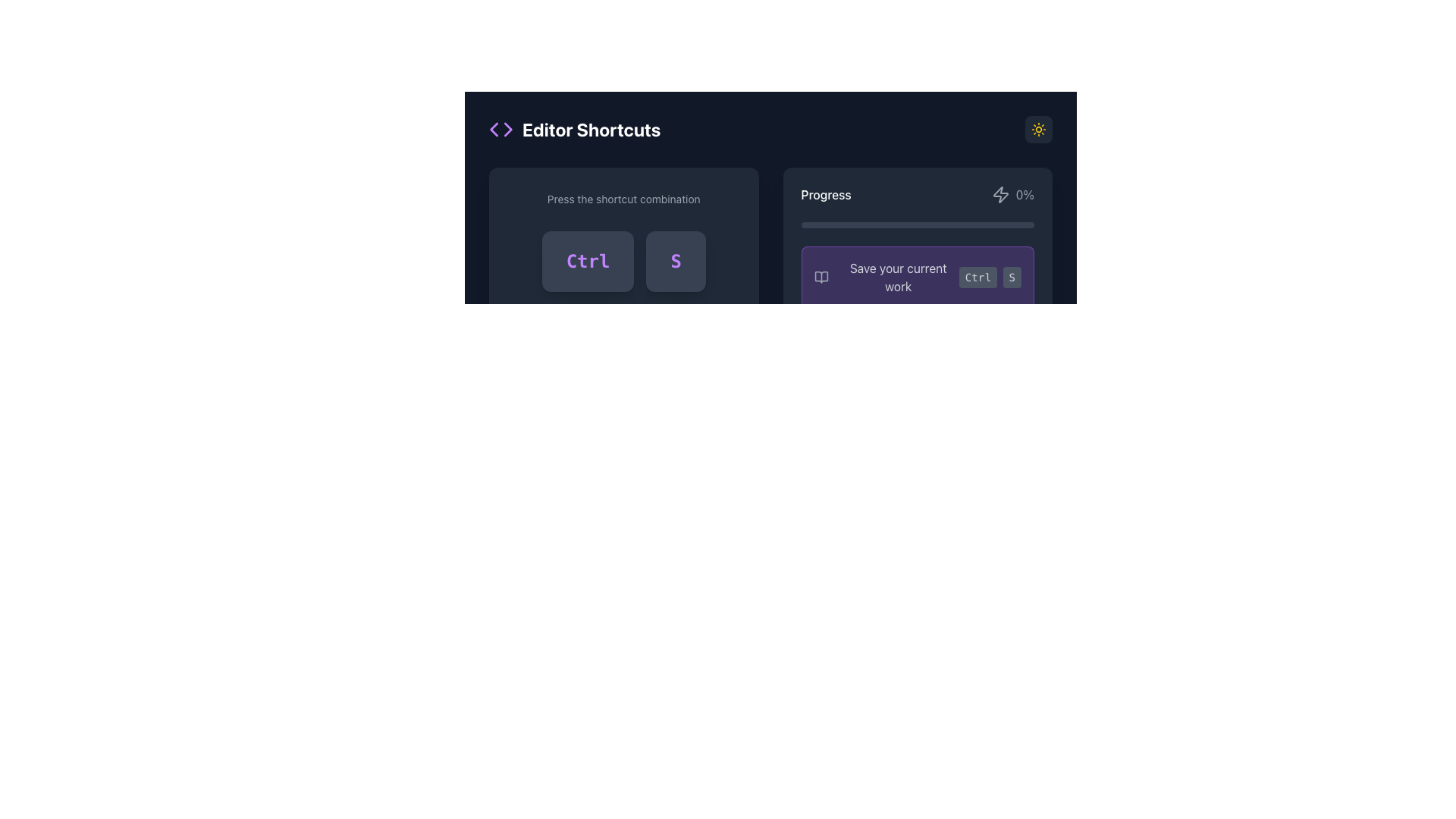 The width and height of the screenshot is (1456, 819). What do you see at coordinates (1012, 278) in the screenshot?
I see `the button-like label displaying the letter 'S' that is styled with a dark gray background and lighter gray text, located in the 'Editor Shortcuts' section` at bounding box center [1012, 278].